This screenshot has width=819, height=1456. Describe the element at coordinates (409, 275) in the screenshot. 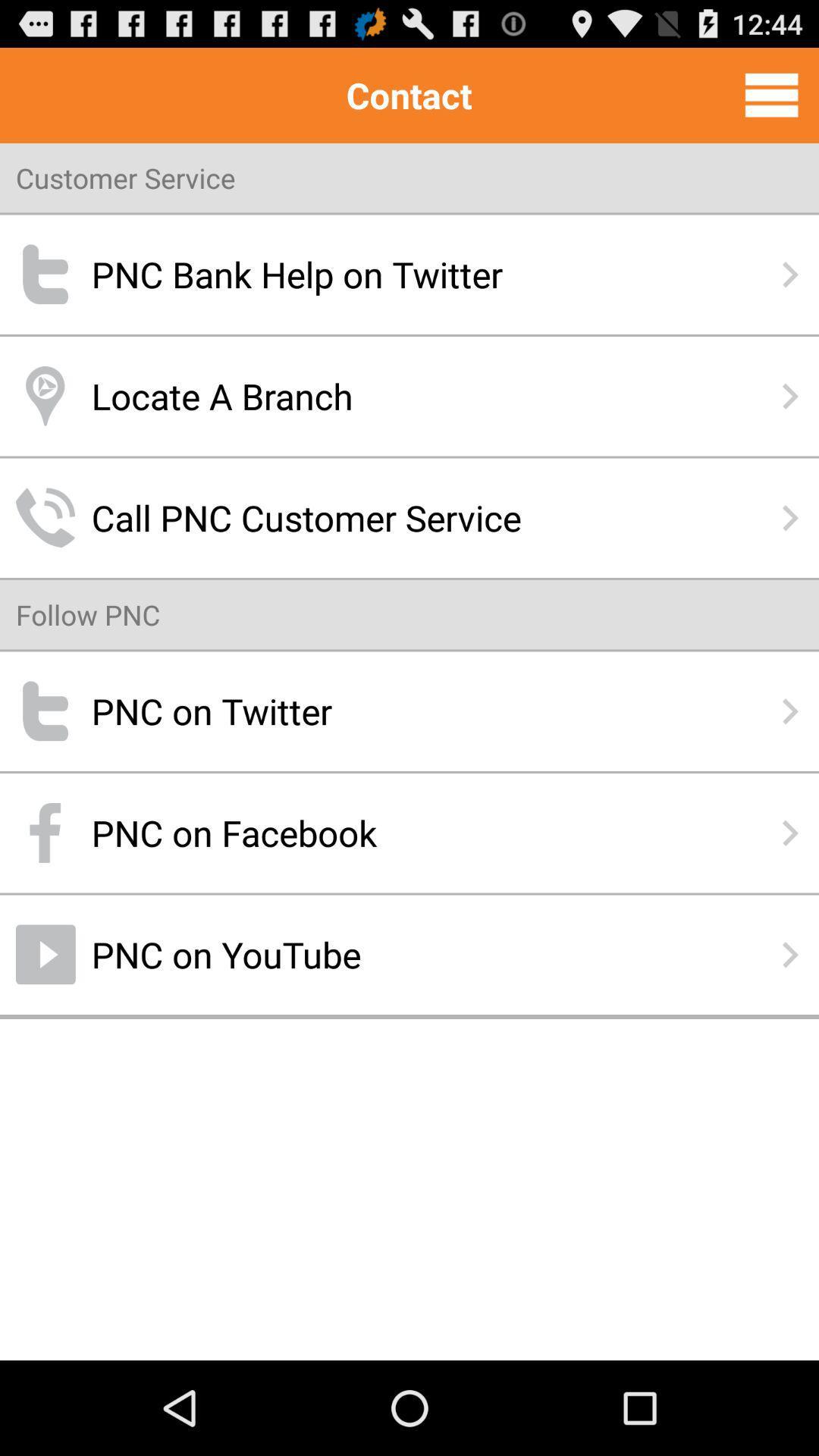

I see `item above the locate a branch` at that location.